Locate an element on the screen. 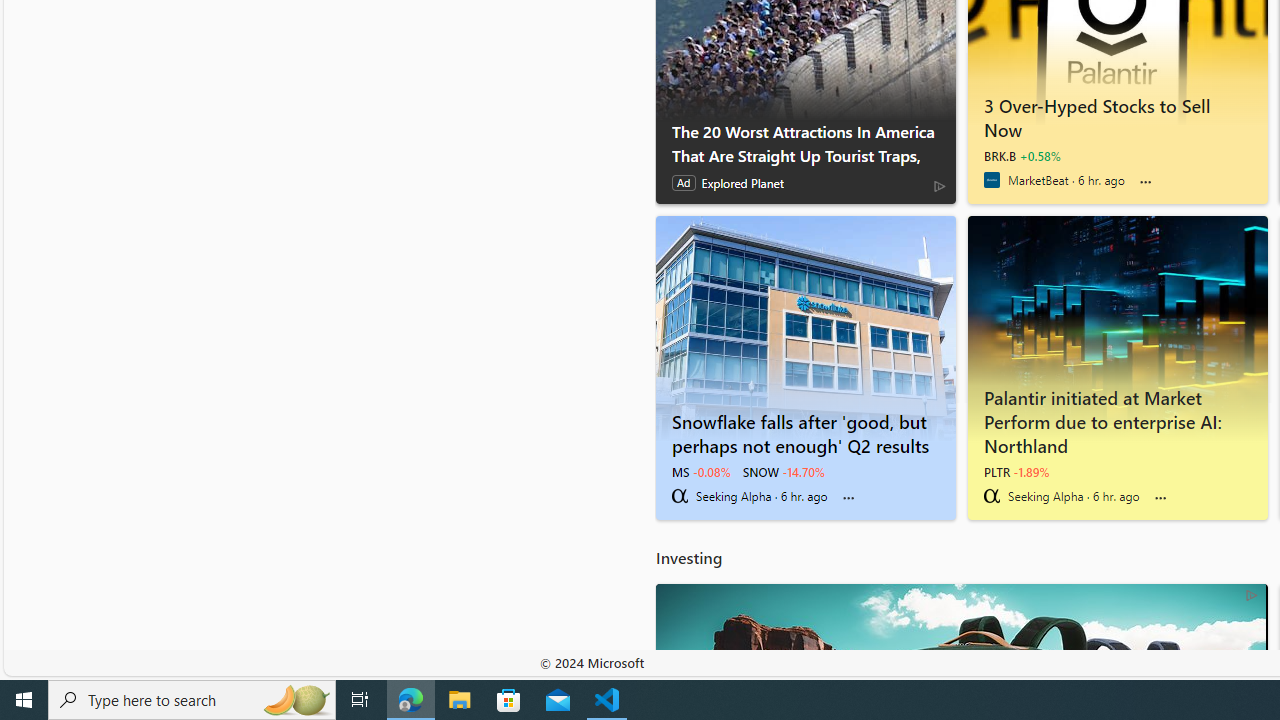 This screenshot has width=1280, height=720. '3 Over-Hyped Stocks to Sell Now - MarketBeat' is located at coordinates (1116, 114).